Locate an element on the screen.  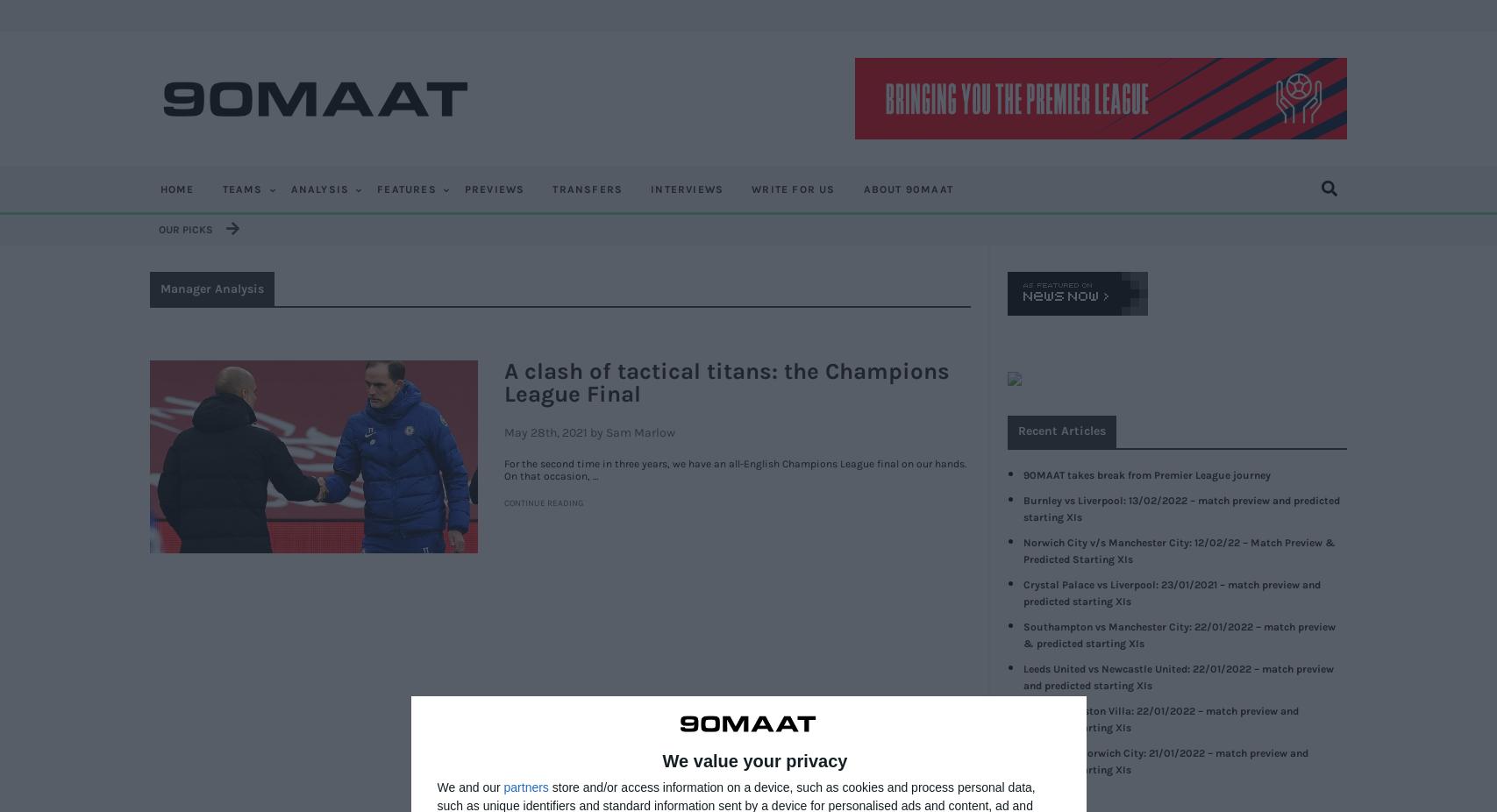
'ABOUT 90MAAT' is located at coordinates (906, 189).